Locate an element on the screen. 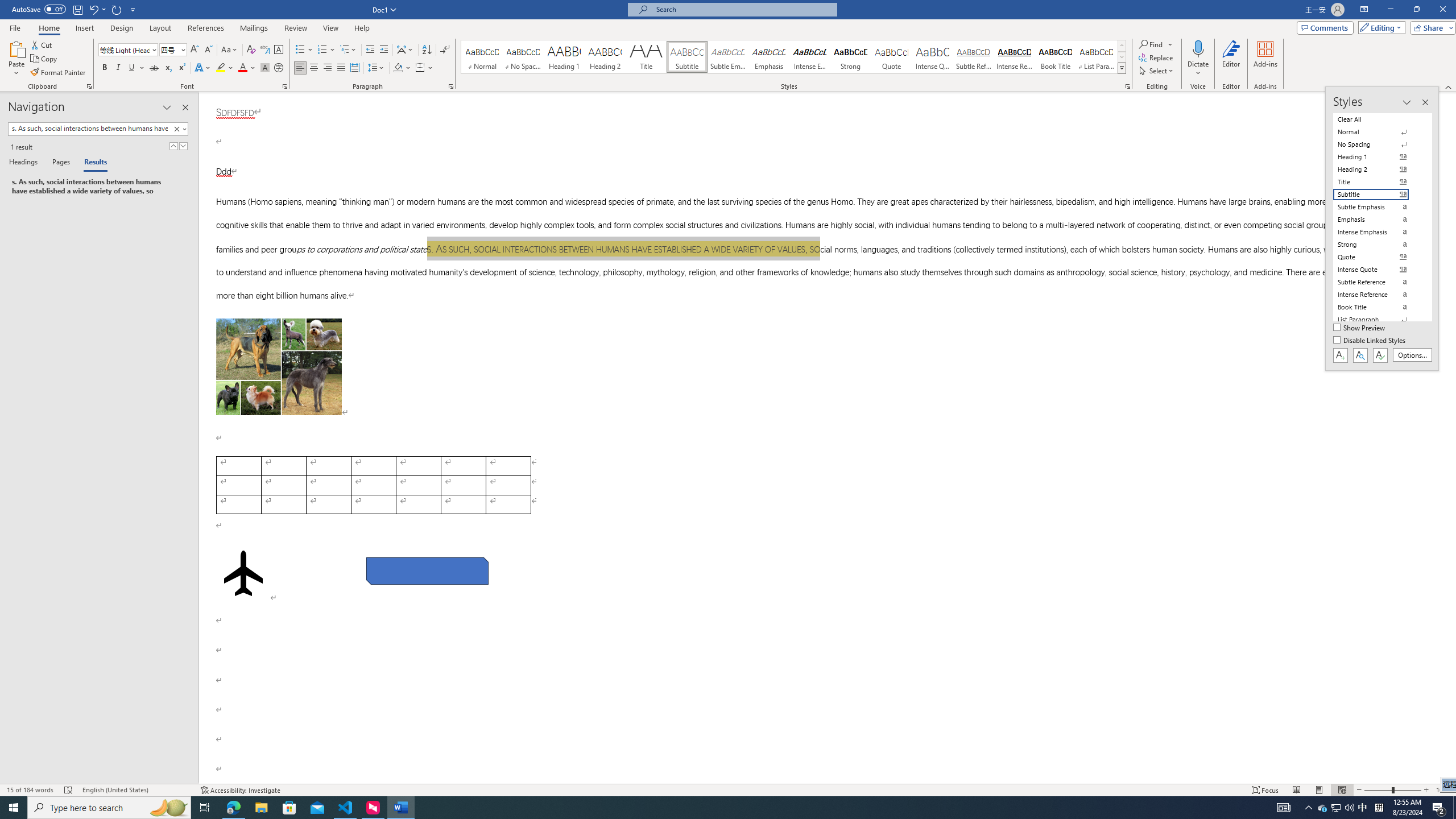  'Class: NetUIScrollBar' is located at coordinates (1451, 437).